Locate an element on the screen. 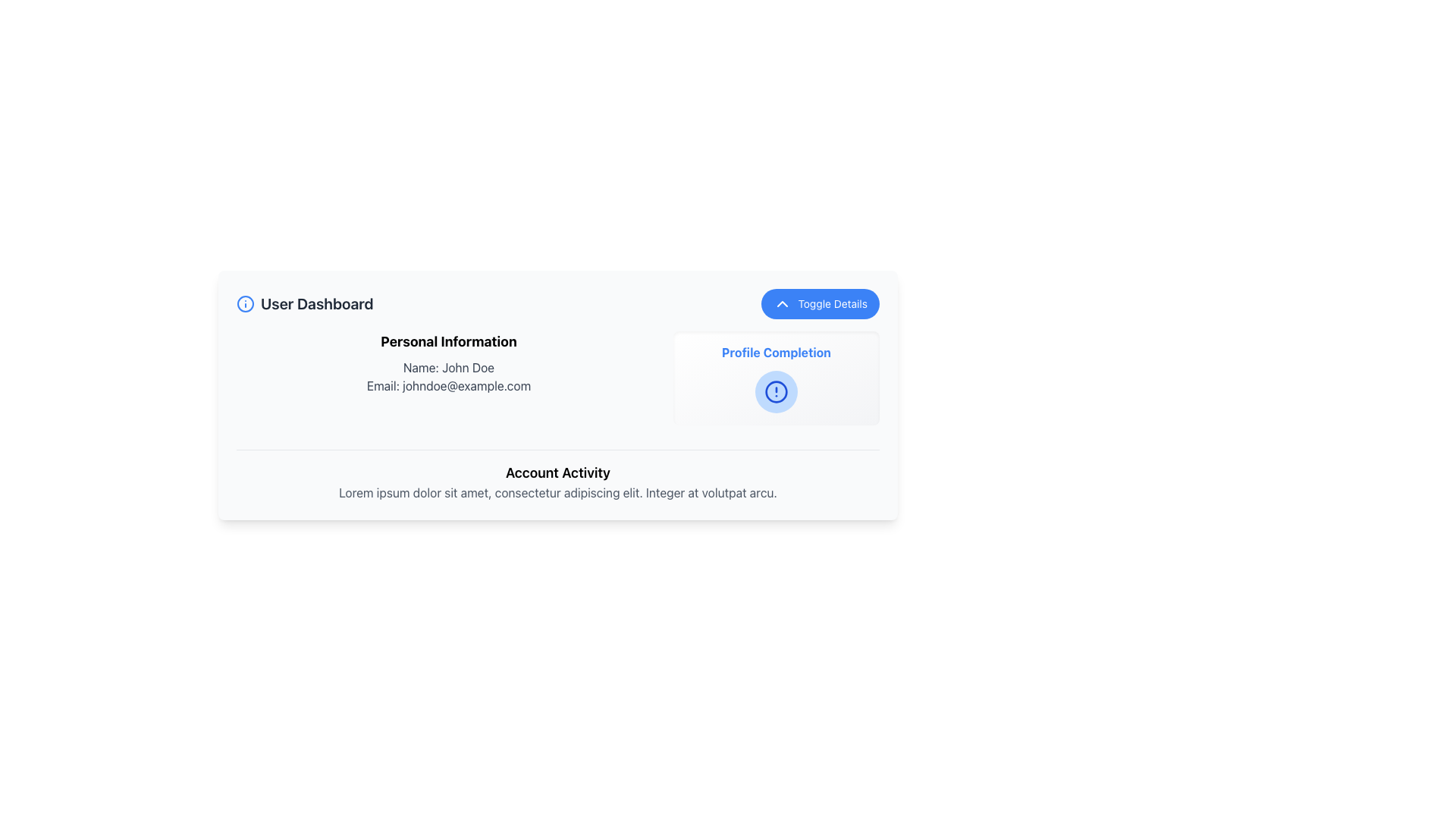 The width and height of the screenshot is (1456, 819). the content of the circular icon with a light blue background and blue border, featuring a dark blue exclamation mark, located within the 'Profile Completion' card is located at coordinates (776, 391).